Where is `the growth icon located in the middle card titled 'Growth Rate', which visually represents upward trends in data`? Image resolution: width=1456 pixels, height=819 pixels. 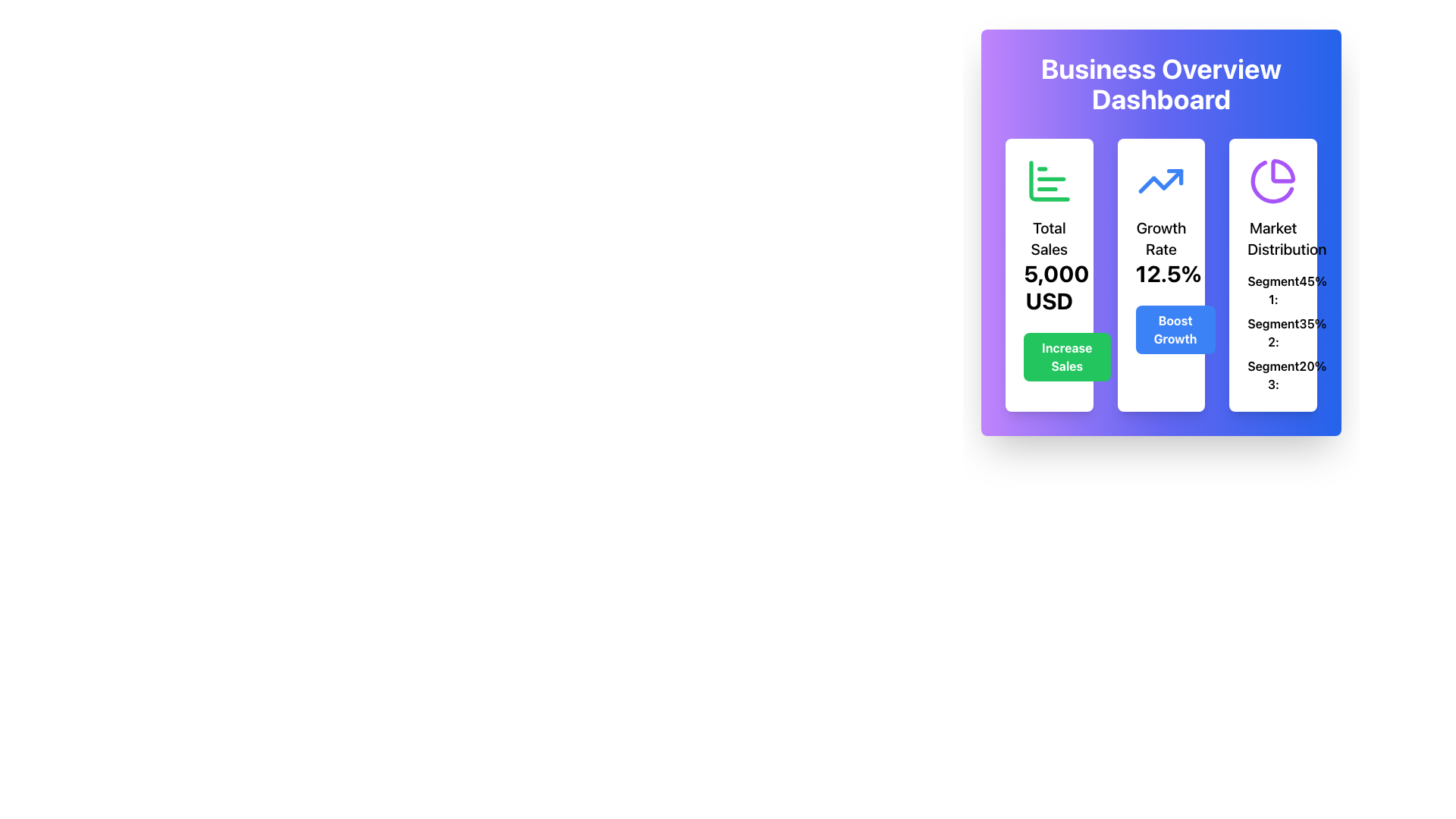 the growth icon located in the middle card titled 'Growth Rate', which visually represents upward trends in data is located at coordinates (1160, 180).